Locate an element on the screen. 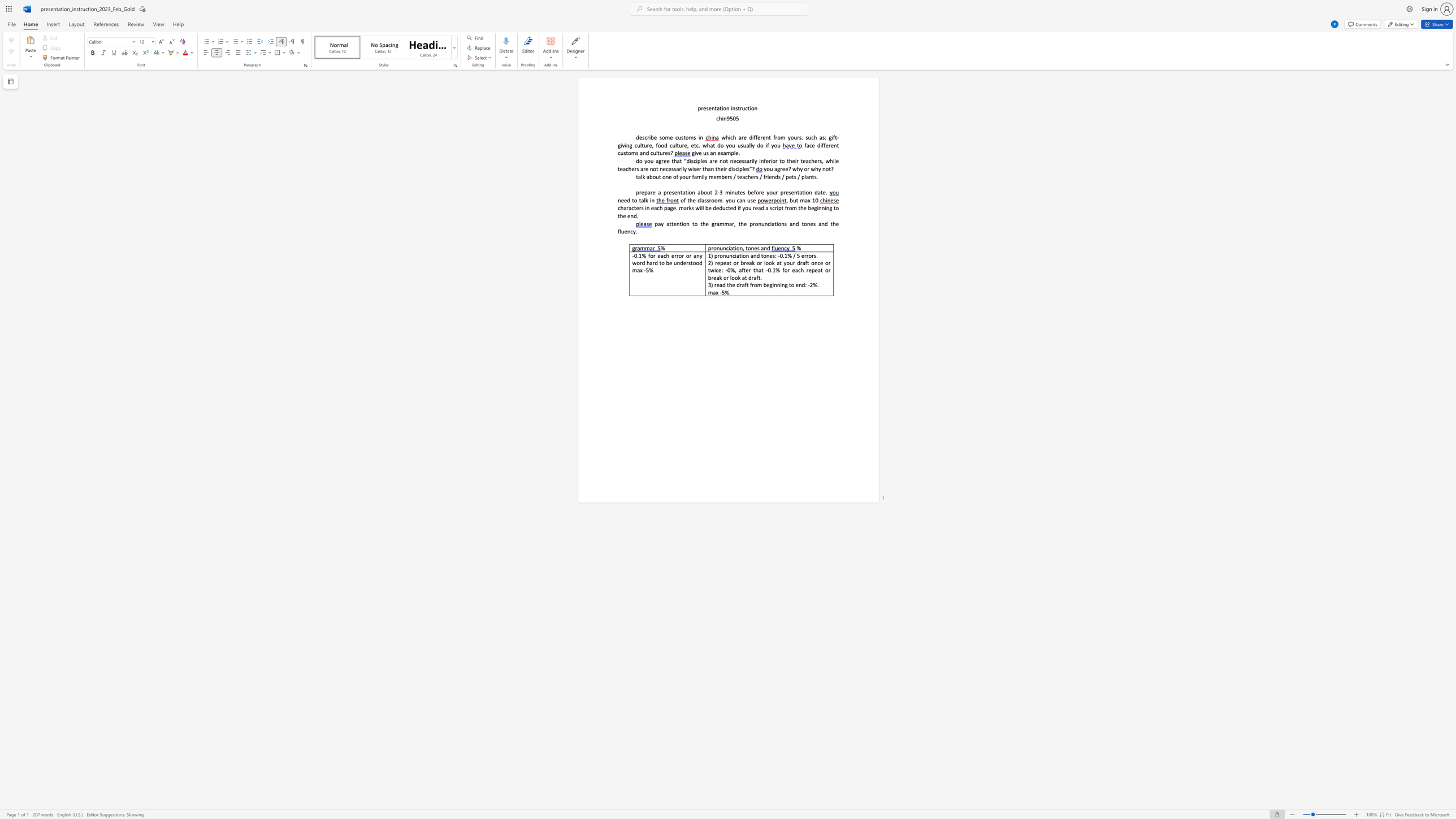 The image size is (1456, 819). the subset text "t-" within the text "uch as: gift-" is located at coordinates (834, 137).